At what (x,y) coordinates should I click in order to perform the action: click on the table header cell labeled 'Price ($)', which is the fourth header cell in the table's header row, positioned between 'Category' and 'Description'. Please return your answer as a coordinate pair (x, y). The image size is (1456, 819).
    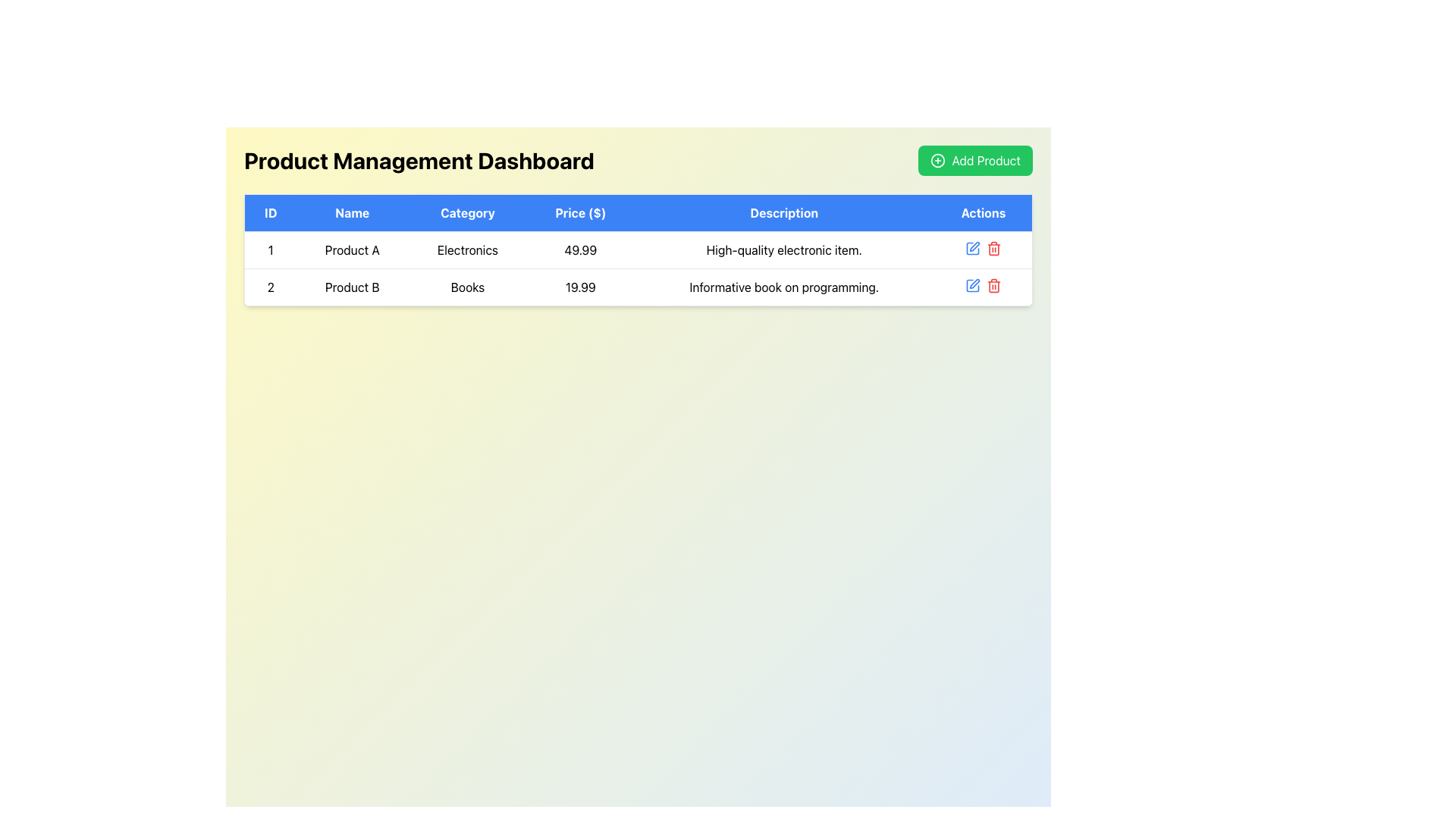
    Looking at the image, I should click on (579, 213).